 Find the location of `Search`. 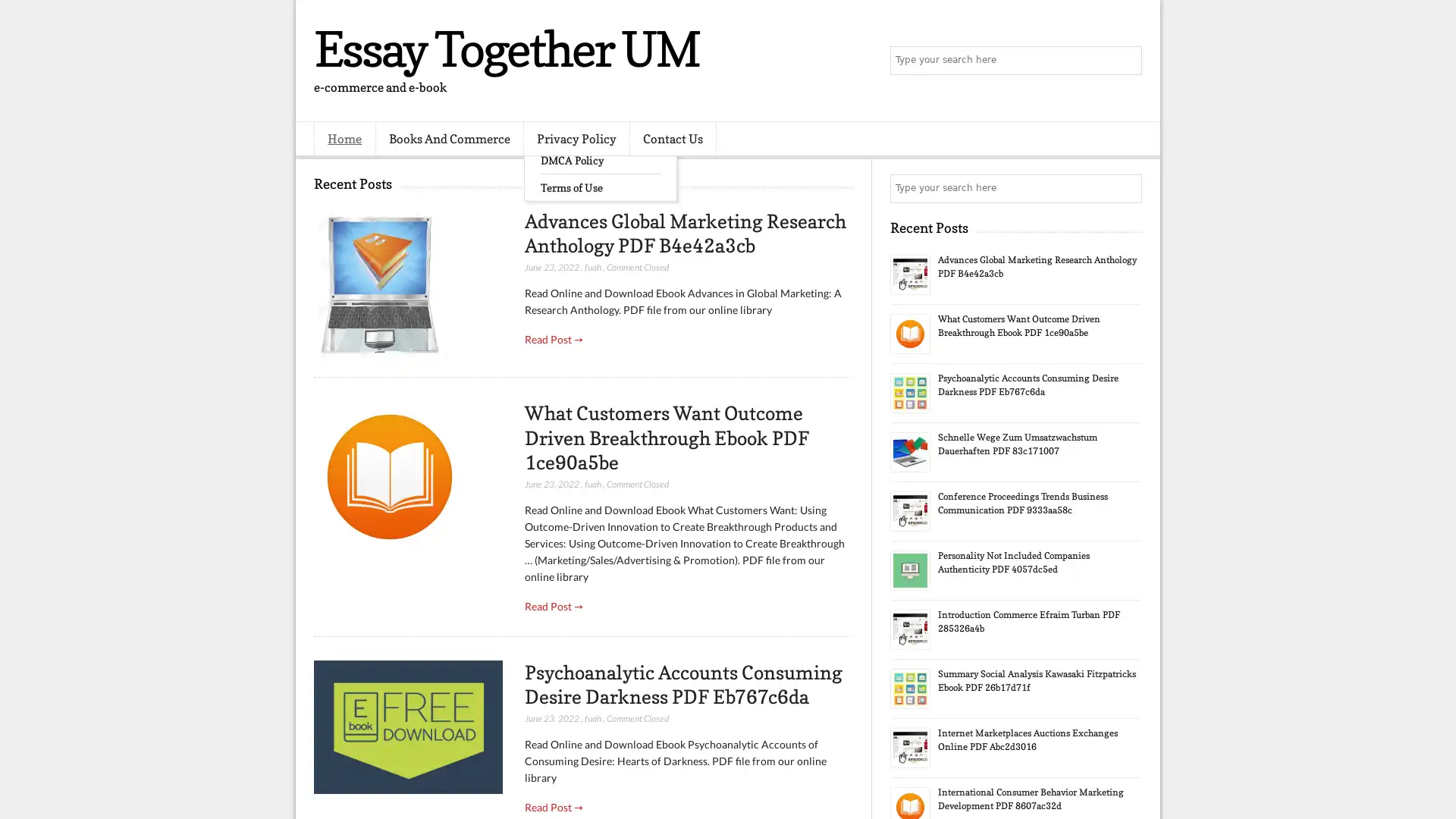

Search is located at coordinates (1126, 61).